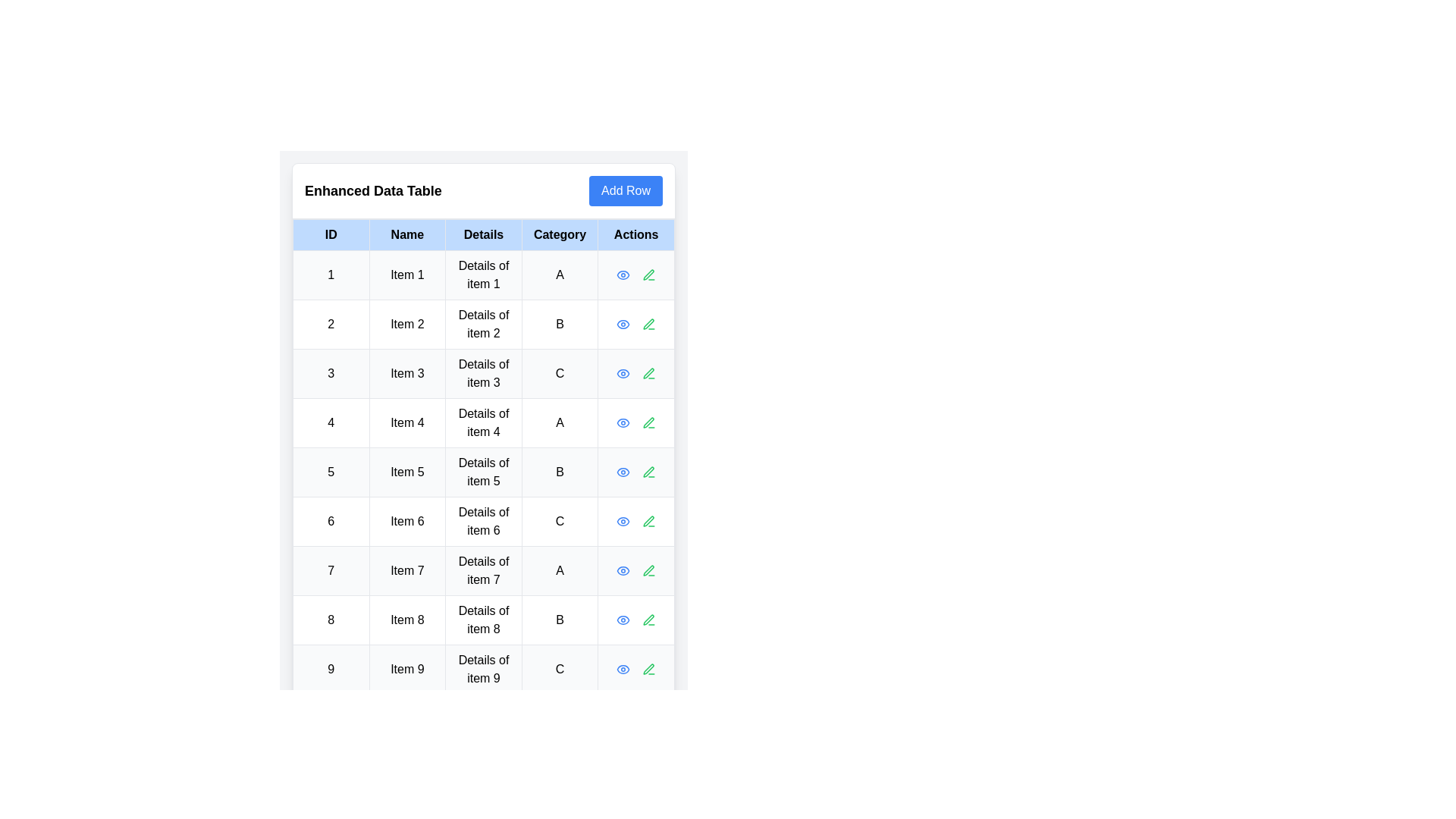 The image size is (1456, 819). Describe the element at coordinates (649, 570) in the screenshot. I see `the edit icon button in the 'Actions' column of the table for 'Item 7'` at that location.